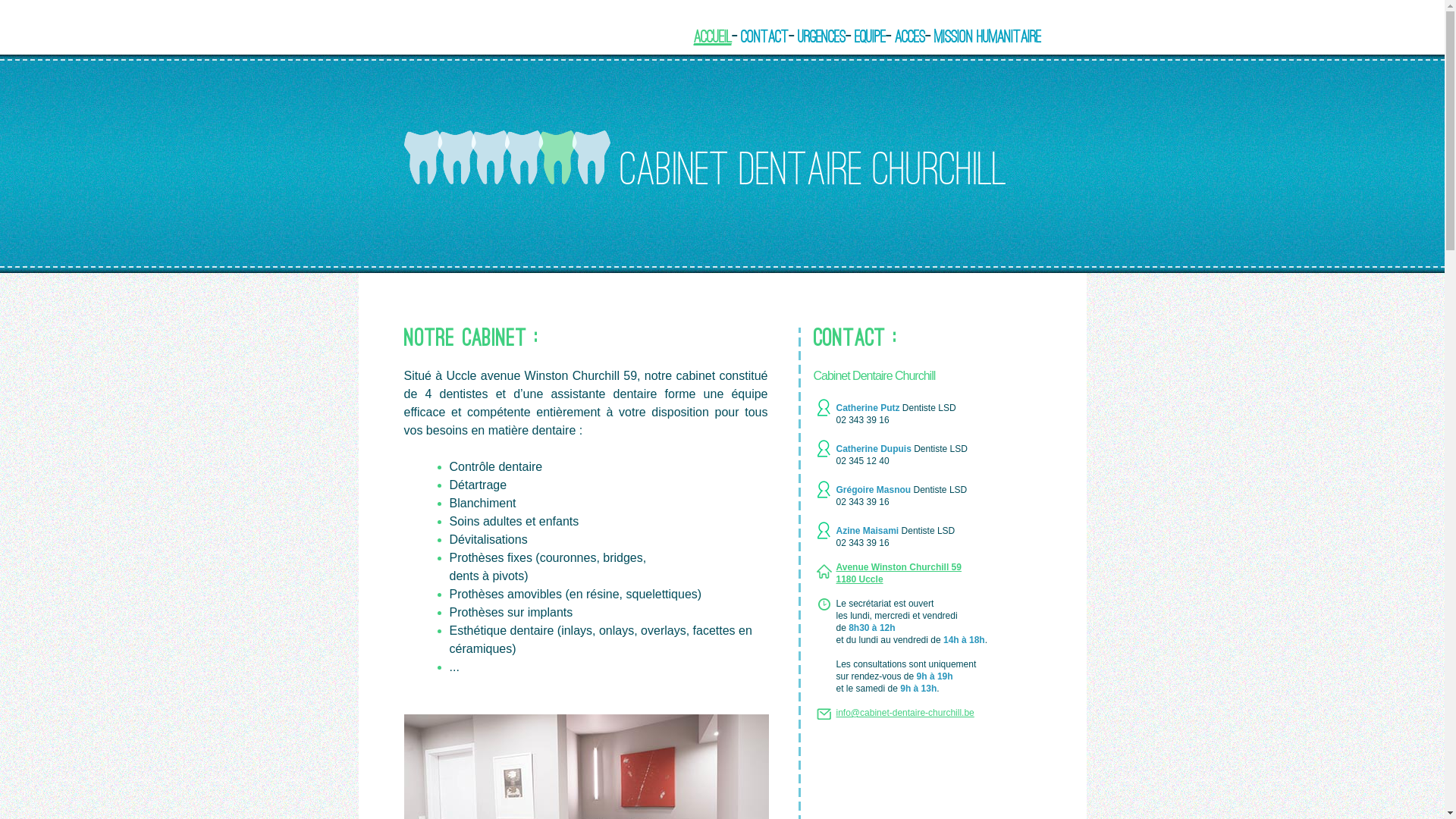 This screenshot has height=819, width=1456. I want to click on 'Acces', so click(910, 36).